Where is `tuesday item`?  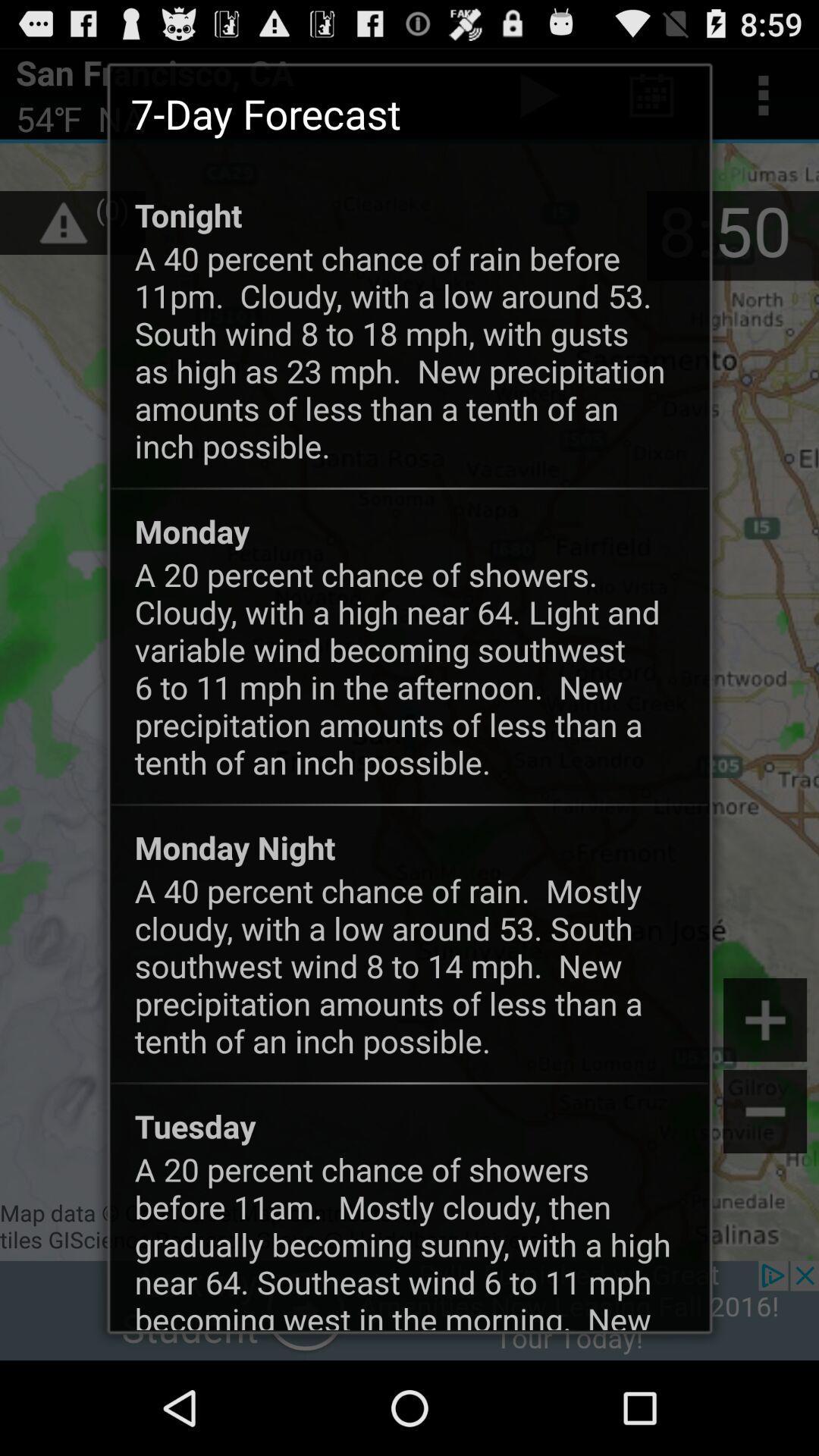
tuesday item is located at coordinates (194, 1125).